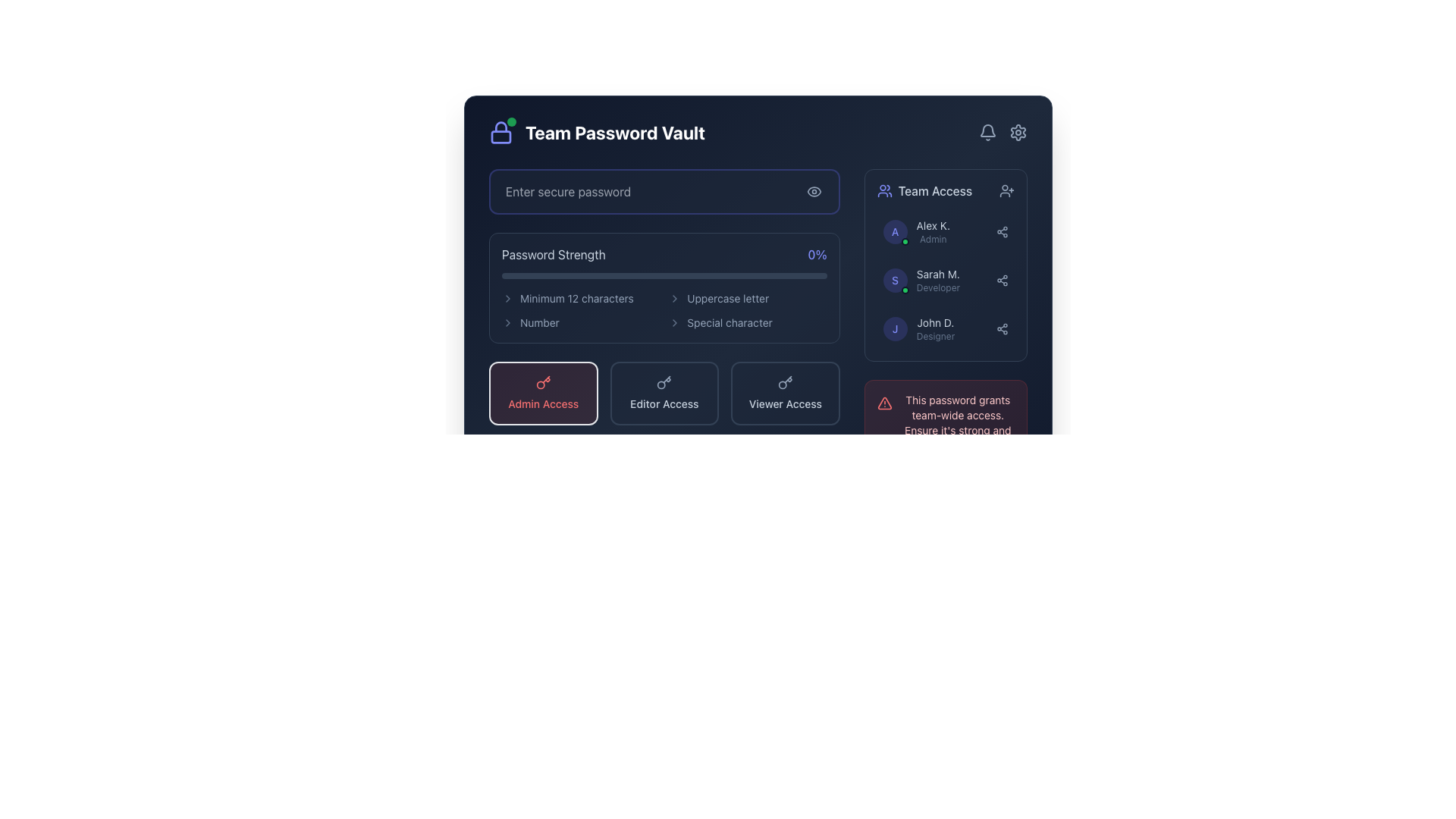 This screenshot has height=819, width=1456. What do you see at coordinates (748, 298) in the screenshot?
I see `requirement of the checklist item indicating that an uppercase letter must be included, located in the top-right quadrant of the grid layout, as the second item below the 'Minimum 12 characters' item` at bounding box center [748, 298].